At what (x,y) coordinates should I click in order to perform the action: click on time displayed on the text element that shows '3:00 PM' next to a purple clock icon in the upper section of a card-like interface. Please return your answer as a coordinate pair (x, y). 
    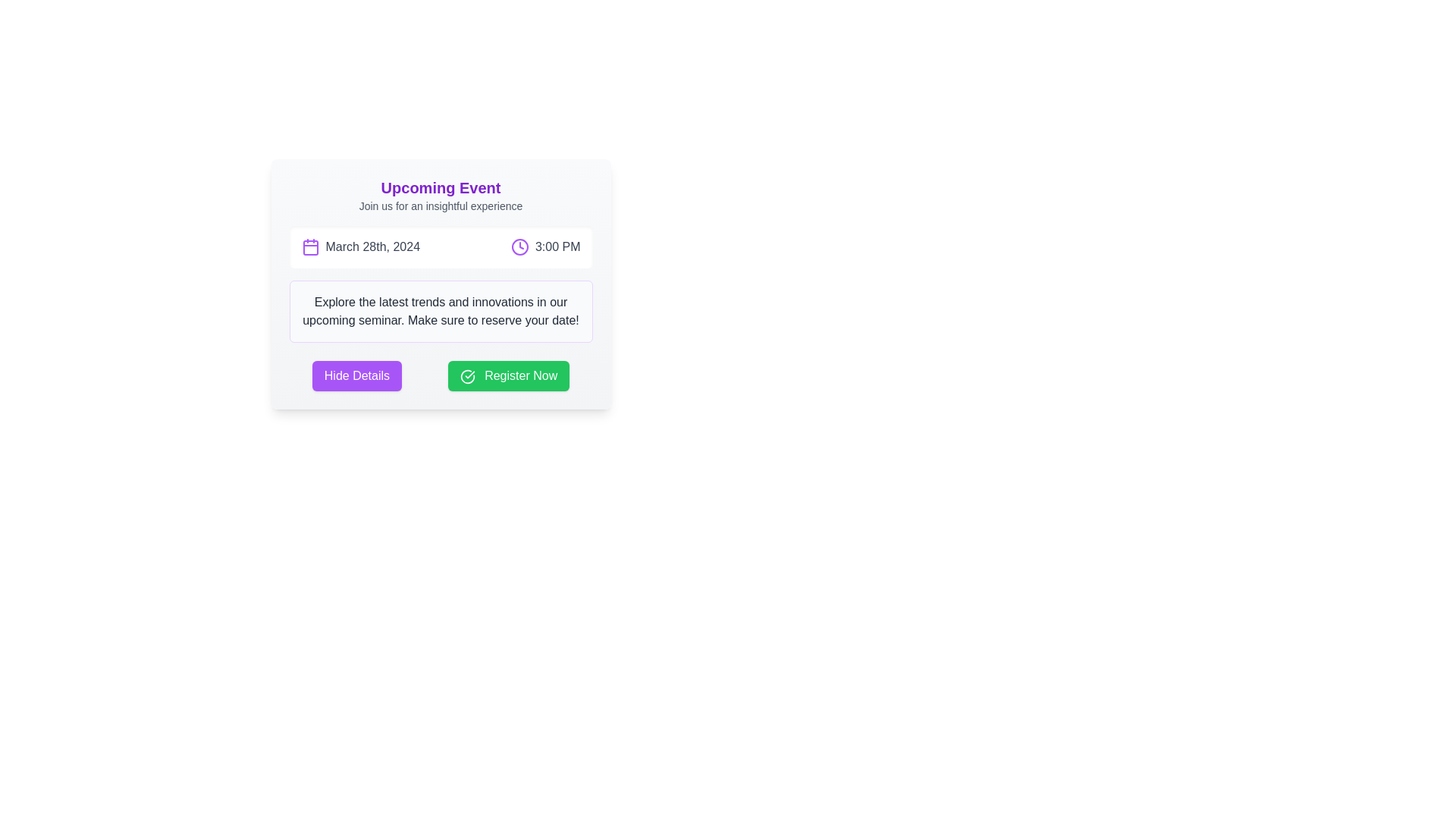
    Looking at the image, I should click on (545, 246).